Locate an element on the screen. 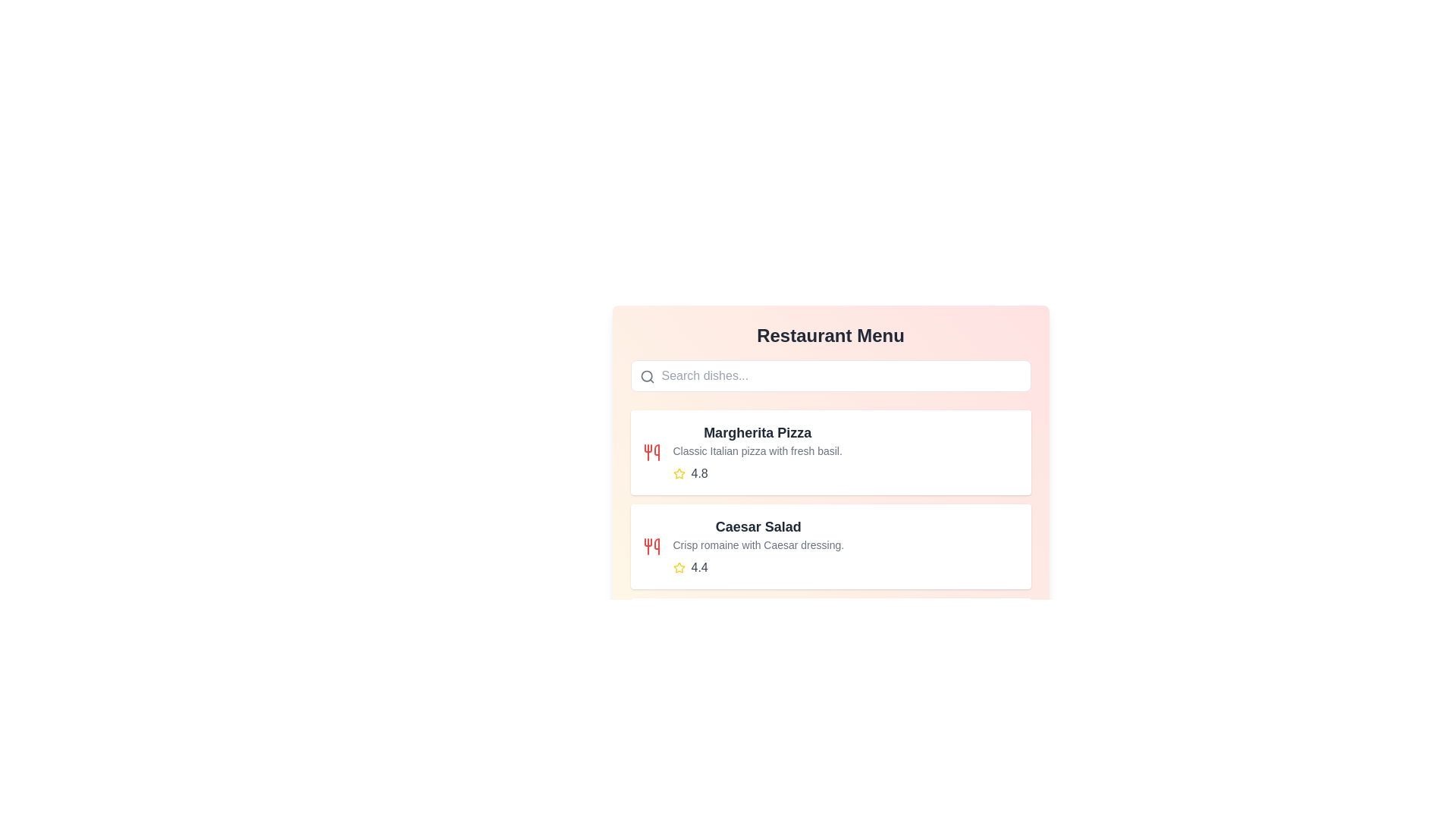 The height and width of the screenshot is (819, 1456). the Item Display Card for Margherita Pizza, which is the top item in the vertical list of food items on the main menu interface is located at coordinates (758, 452).